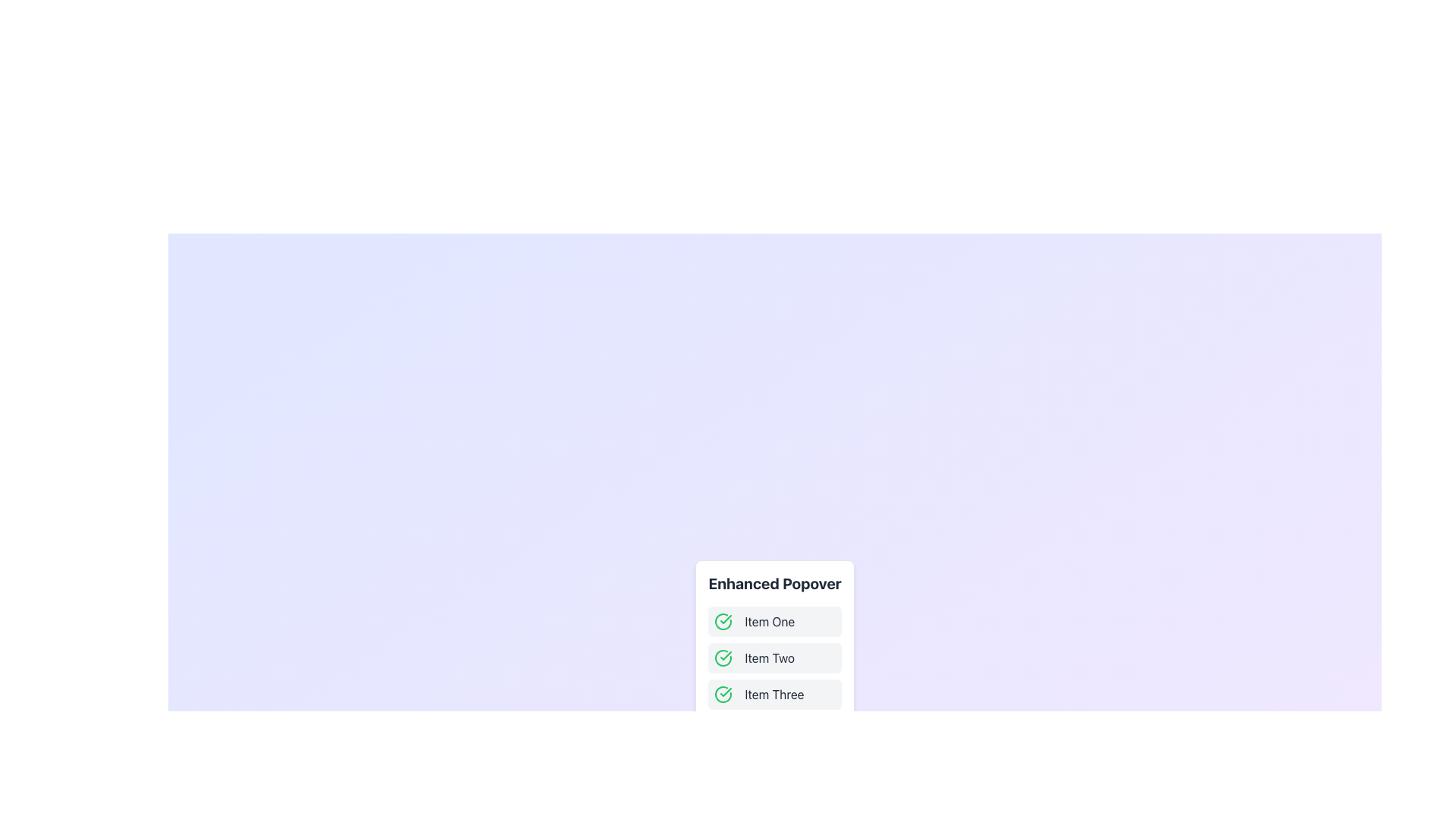  What do you see at coordinates (770, 657) in the screenshot?
I see `the second text label 'Item Two' in the list to trigger a tooltip or highlight` at bounding box center [770, 657].